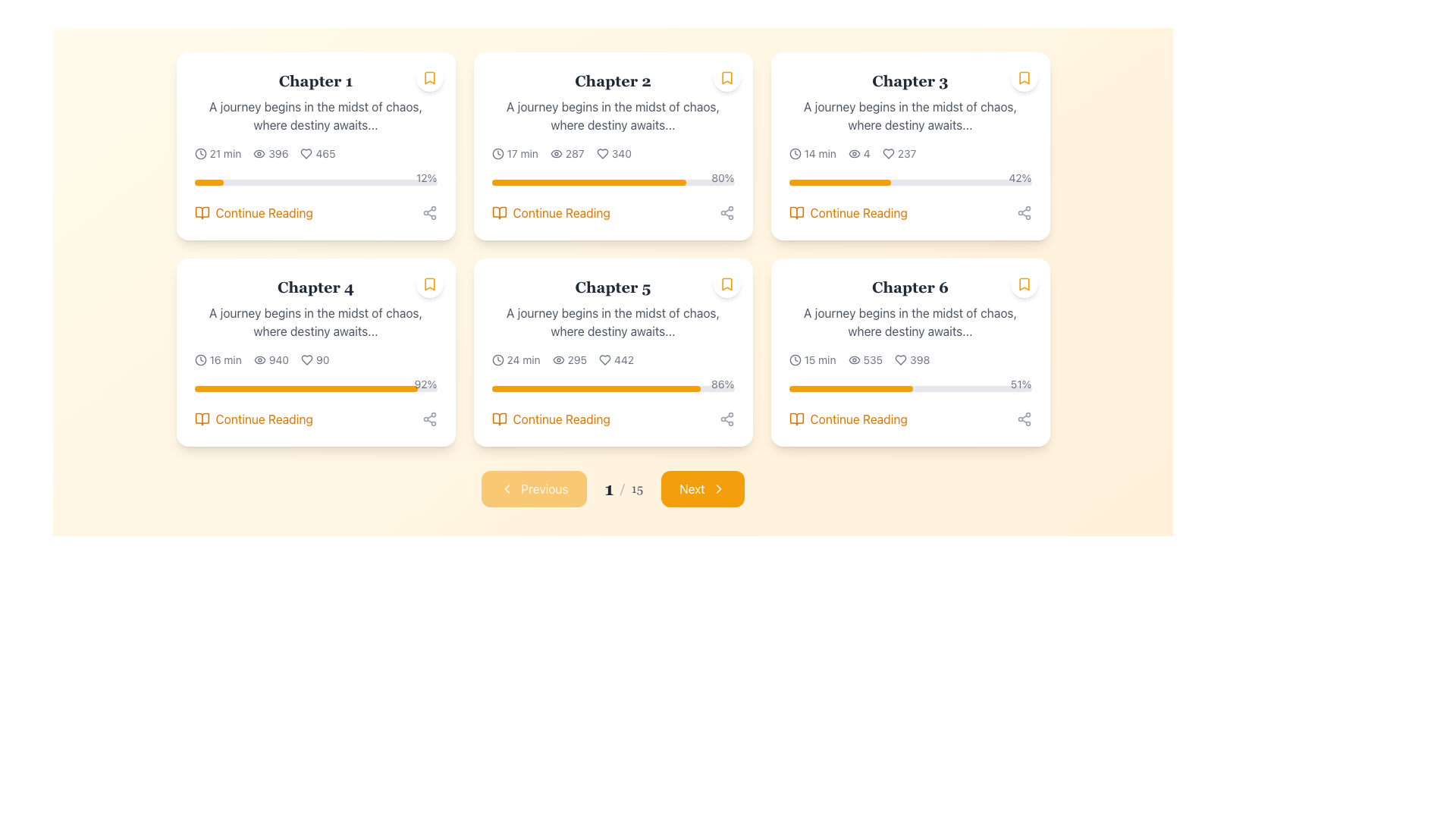 Image resolution: width=1456 pixels, height=819 pixels. Describe the element at coordinates (1024, 213) in the screenshot. I see `the gray circular icon button with three nodes connected by lines at the bottom right corner of the 'Chapter 3' card` at that location.